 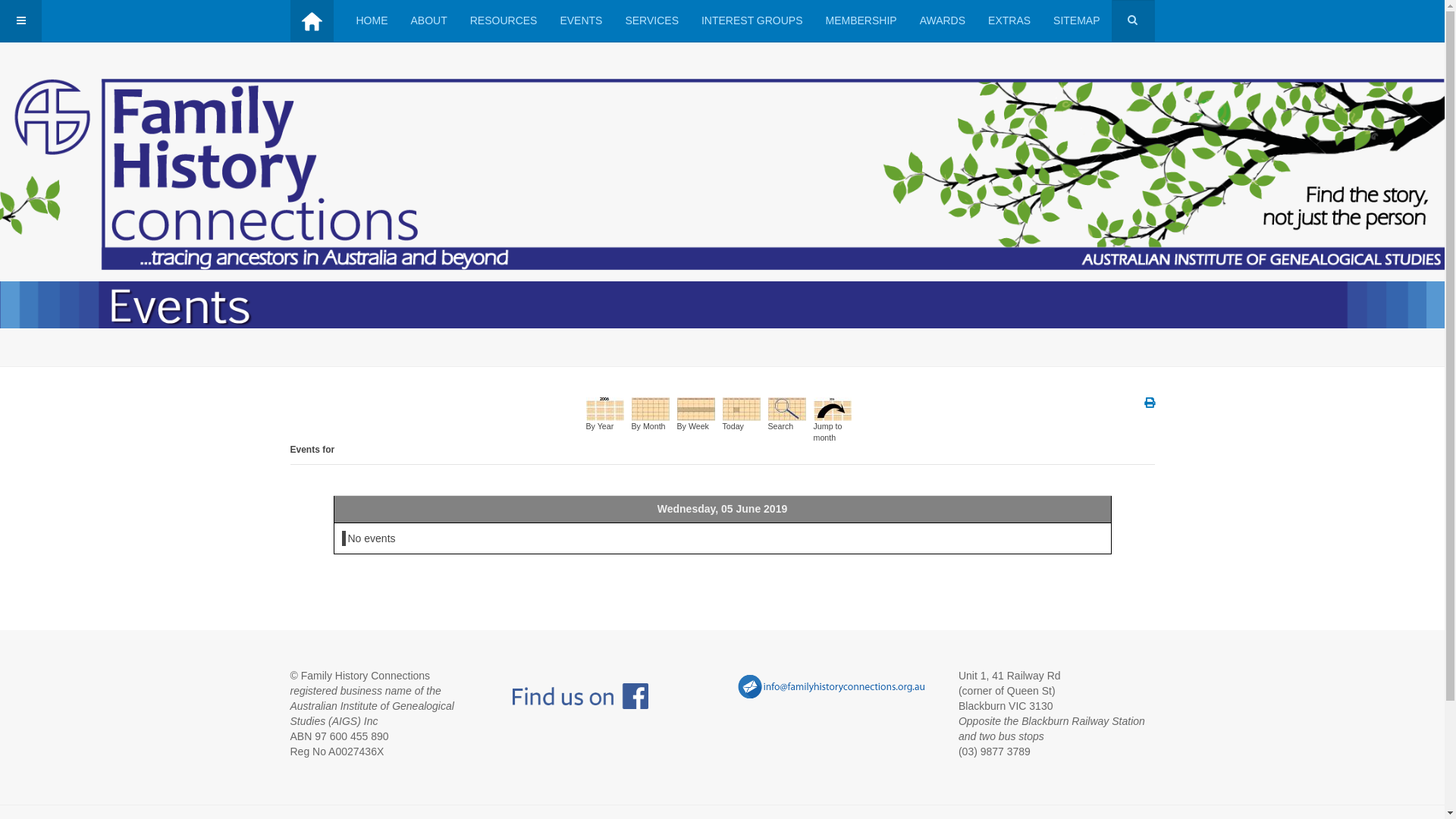 What do you see at coordinates (428, 20) in the screenshot?
I see `'ABOUT'` at bounding box center [428, 20].